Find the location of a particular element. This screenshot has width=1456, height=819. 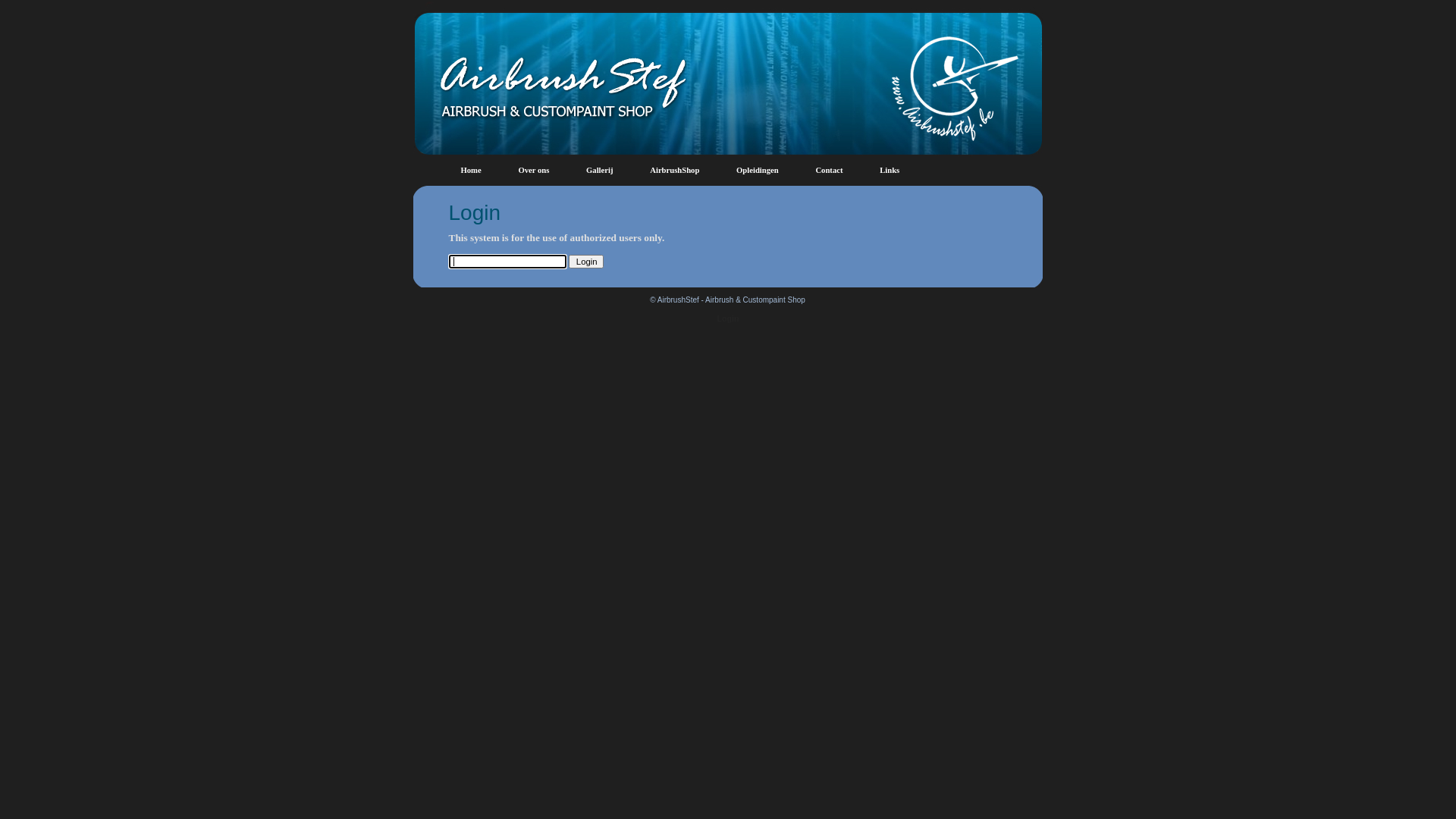

'Login' is located at coordinates (728, 318).